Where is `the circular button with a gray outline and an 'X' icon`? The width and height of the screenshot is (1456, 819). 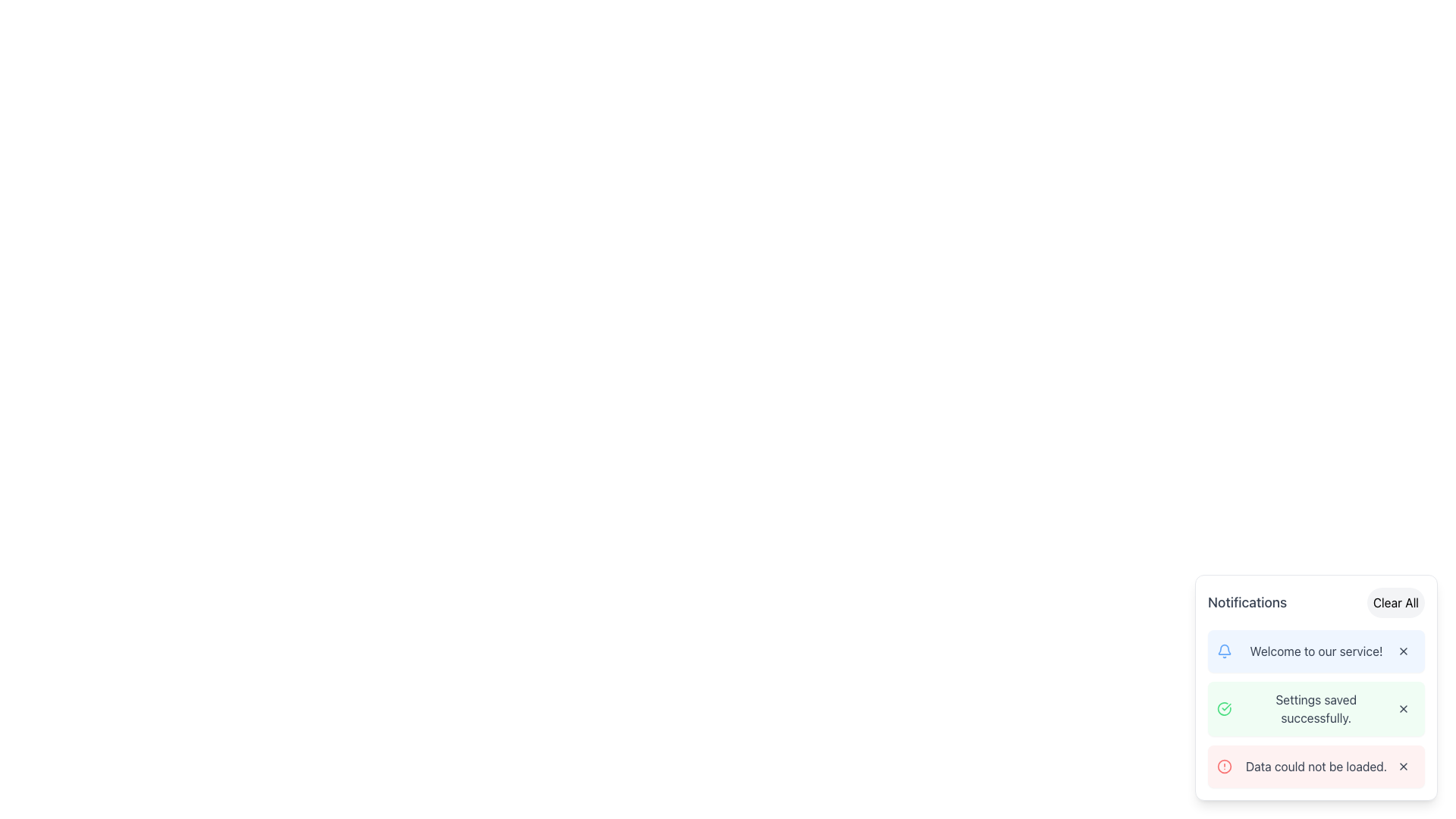 the circular button with a gray outline and an 'X' icon is located at coordinates (1403, 766).